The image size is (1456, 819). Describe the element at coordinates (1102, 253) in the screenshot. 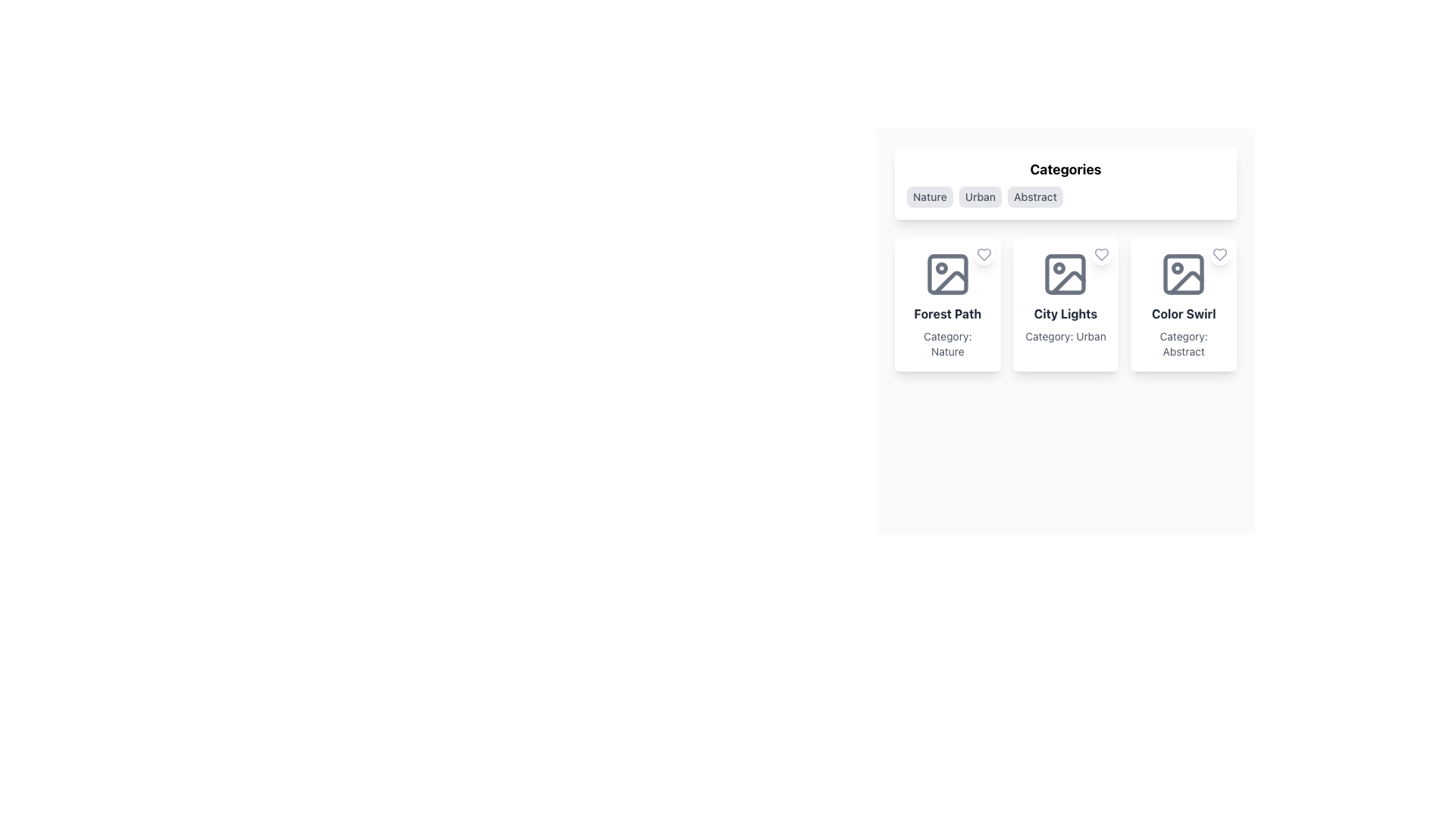

I see `the heart icon button located at the top-right corner of the 'City Lights' card` at that location.